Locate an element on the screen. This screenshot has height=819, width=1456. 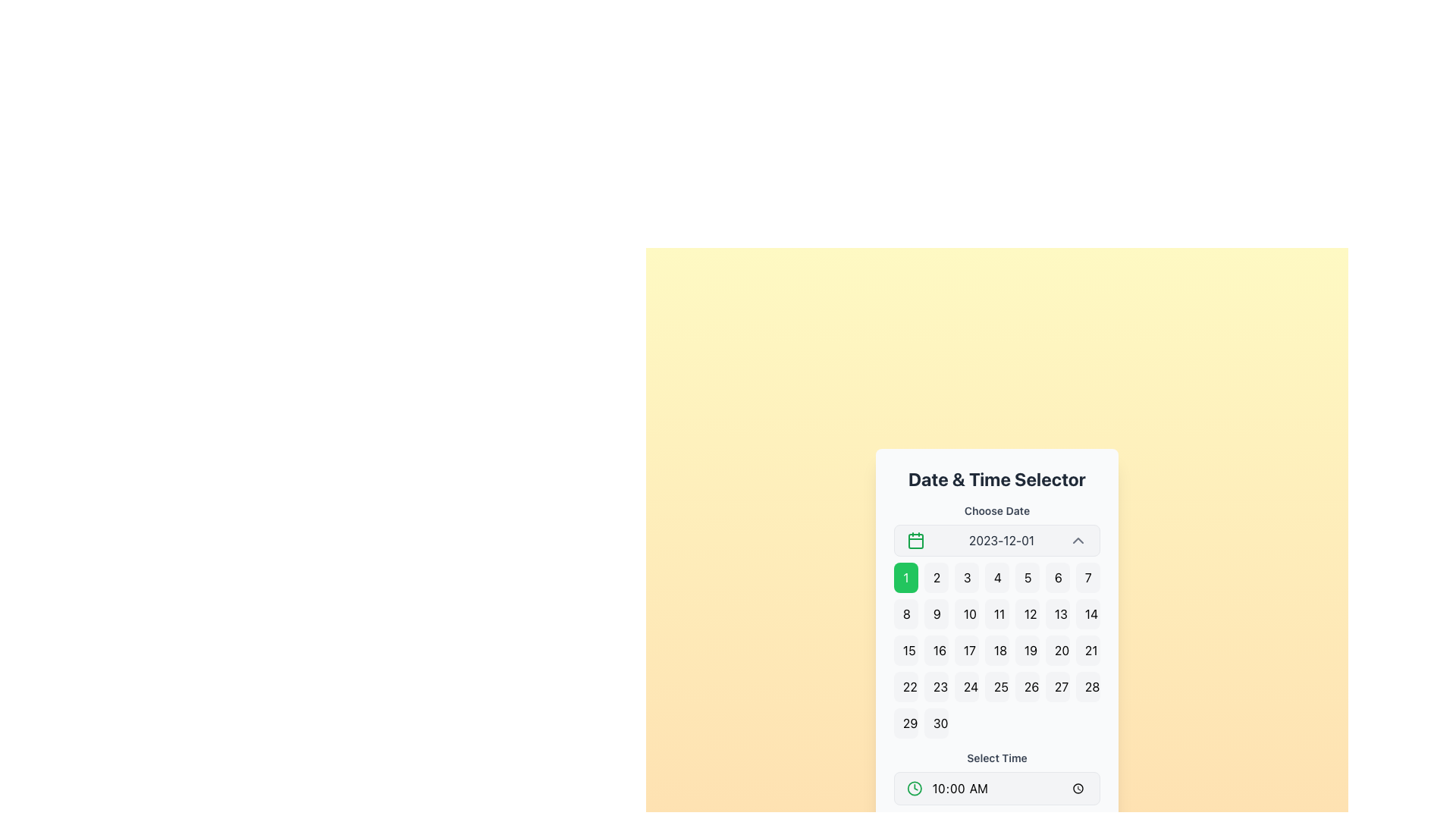
displayed date from the Date Display Field, which has a light gray background, a green calendar icon on the left, and shows '2023-12-01' in the center is located at coordinates (997, 540).